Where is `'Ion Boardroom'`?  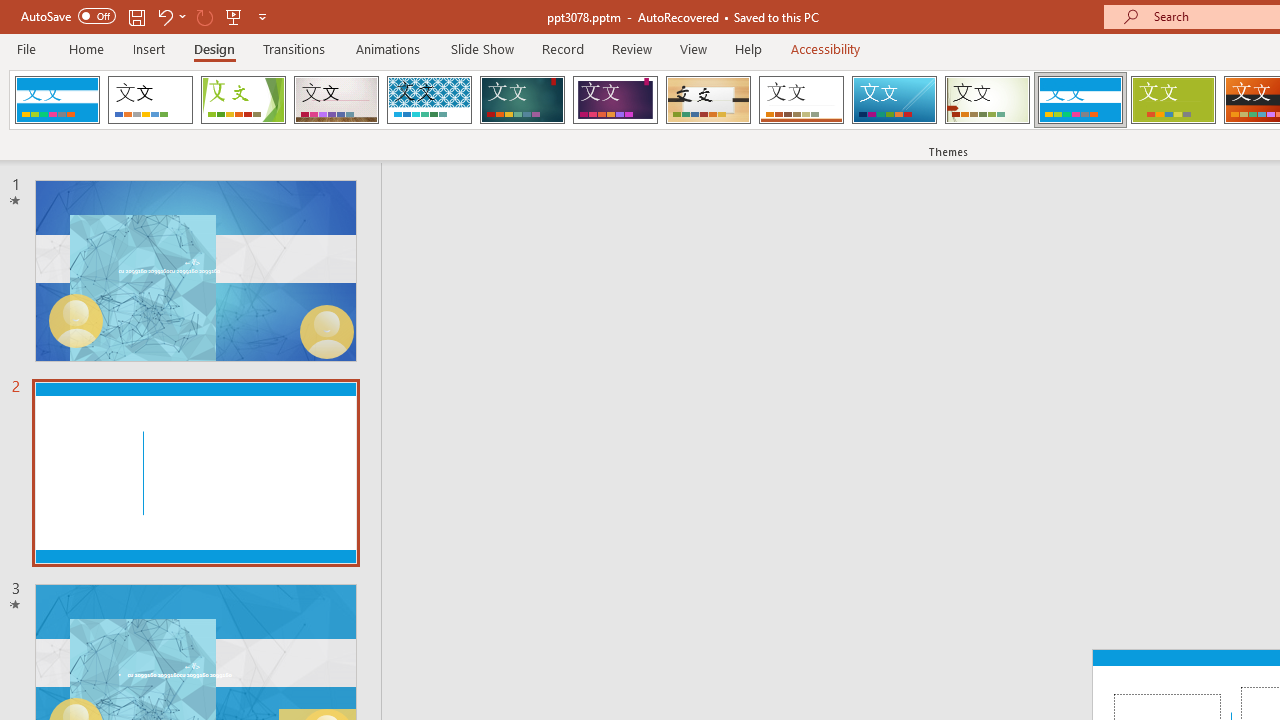
'Ion Boardroom' is located at coordinates (614, 100).